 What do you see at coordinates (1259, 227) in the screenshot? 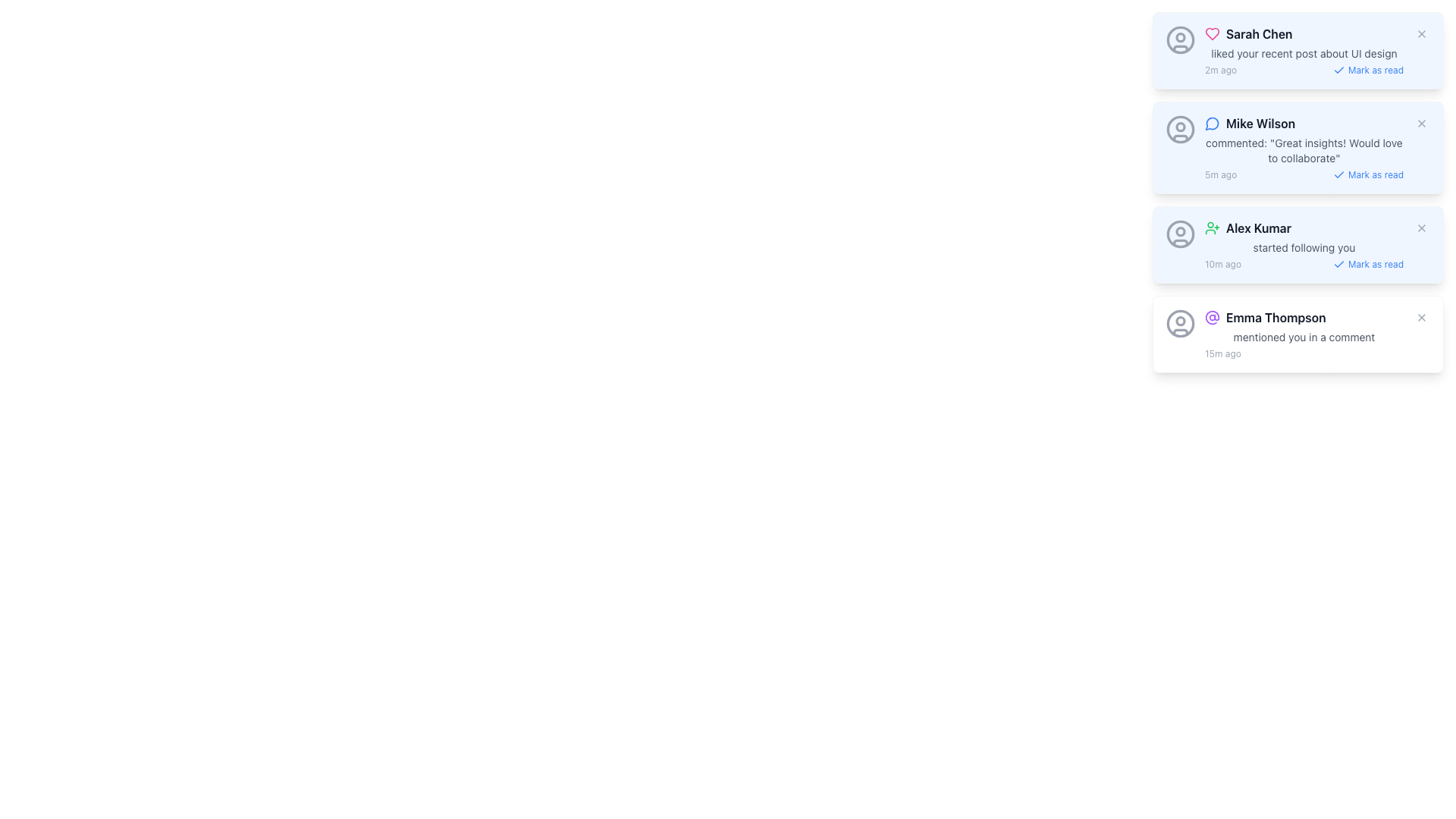
I see `the text label displaying 'Alex Kumar' that is styled in bold and dark gray, located within the third notification item, to the right of the user icon with a green '+' symbol` at bounding box center [1259, 227].